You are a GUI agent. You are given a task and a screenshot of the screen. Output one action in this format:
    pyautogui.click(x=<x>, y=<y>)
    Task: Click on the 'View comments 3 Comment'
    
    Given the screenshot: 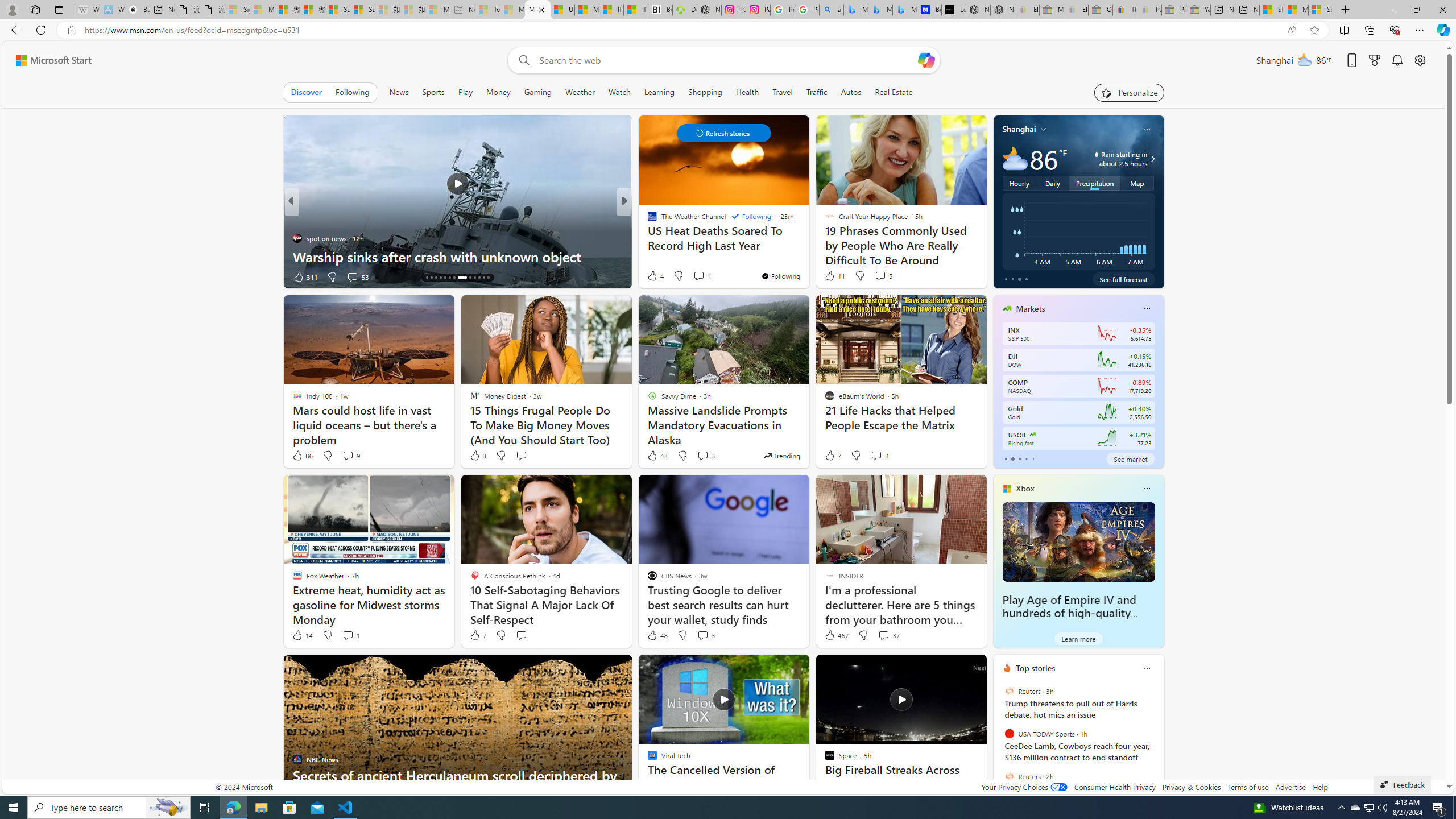 What is the action you would take?
    pyautogui.click(x=705, y=634)
    